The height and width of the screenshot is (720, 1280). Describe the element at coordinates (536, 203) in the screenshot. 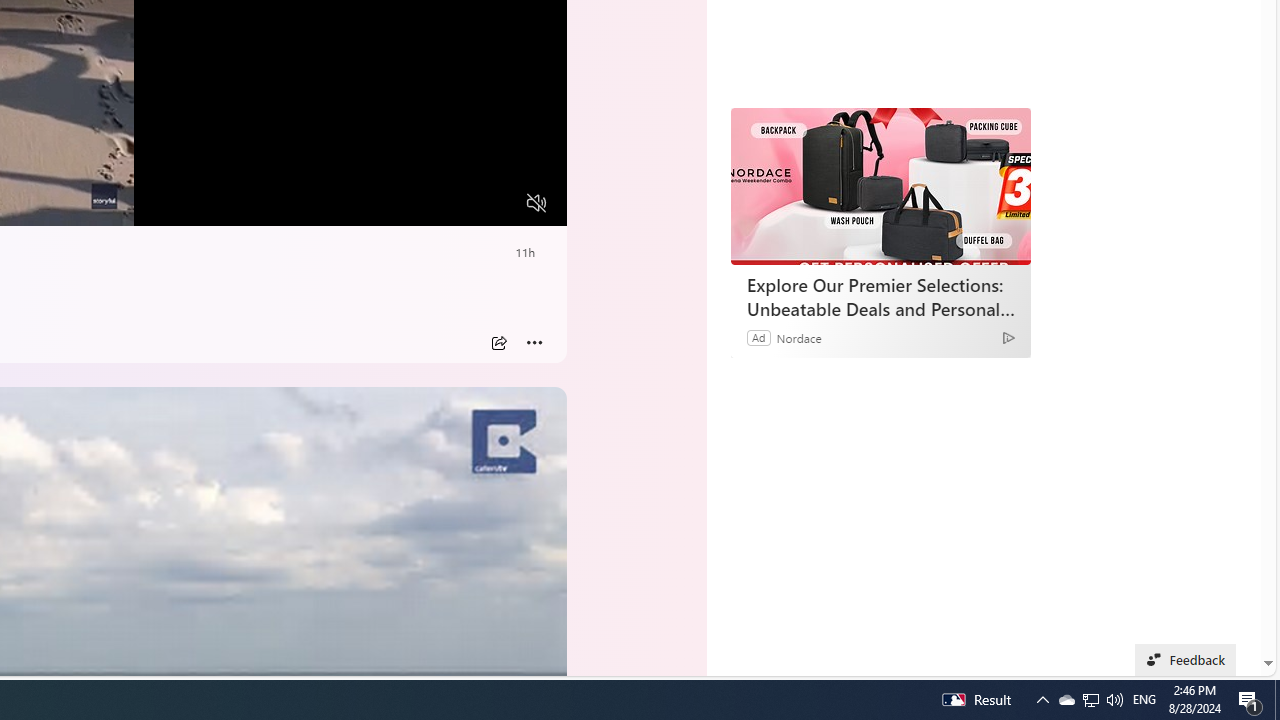

I see `'Unmute'` at that location.